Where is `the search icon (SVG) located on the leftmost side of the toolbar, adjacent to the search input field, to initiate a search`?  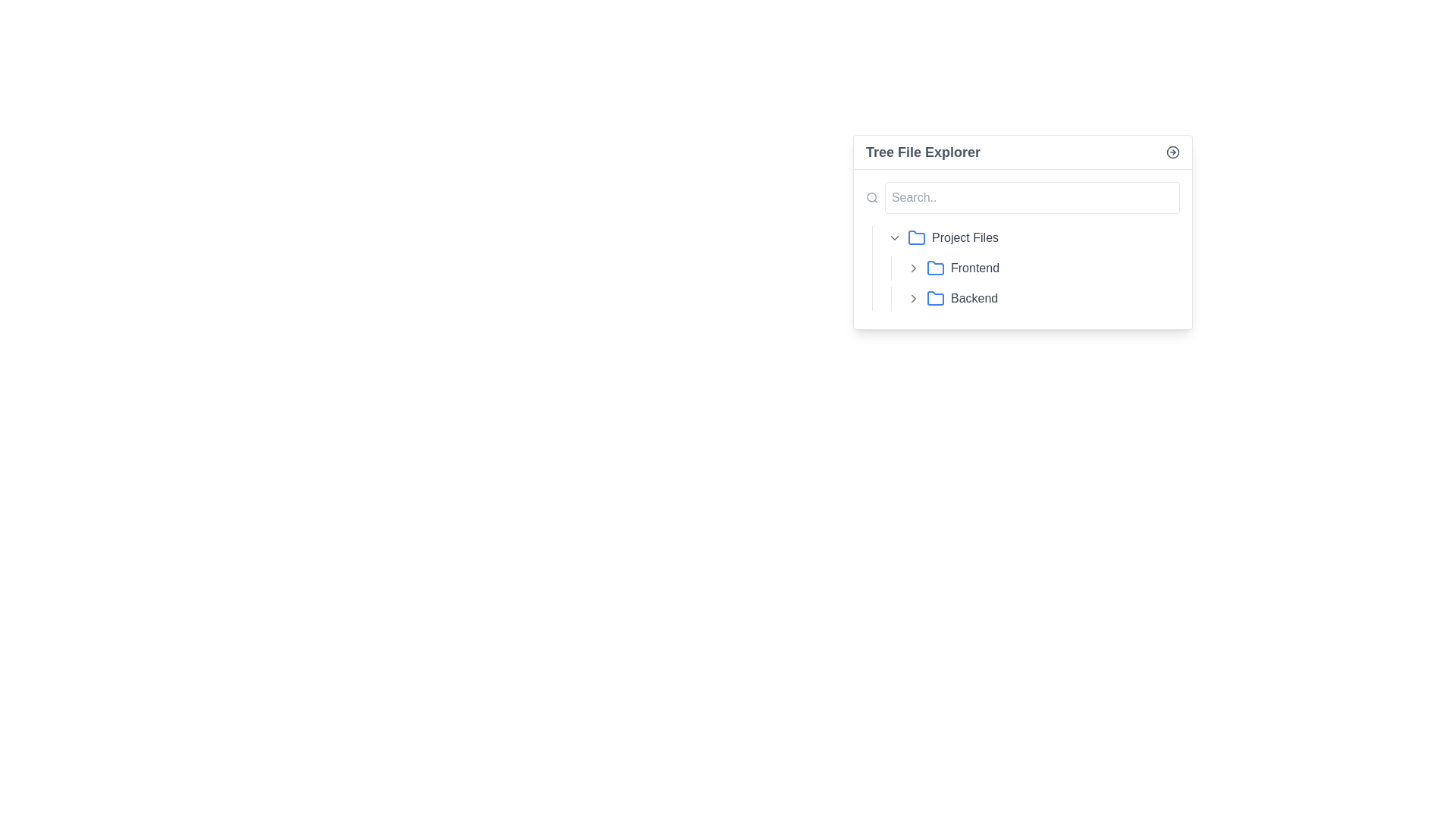
the search icon (SVG) located on the leftmost side of the toolbar, adjacent to the search input field, to initiate a search is located at coordinates (872, 197).